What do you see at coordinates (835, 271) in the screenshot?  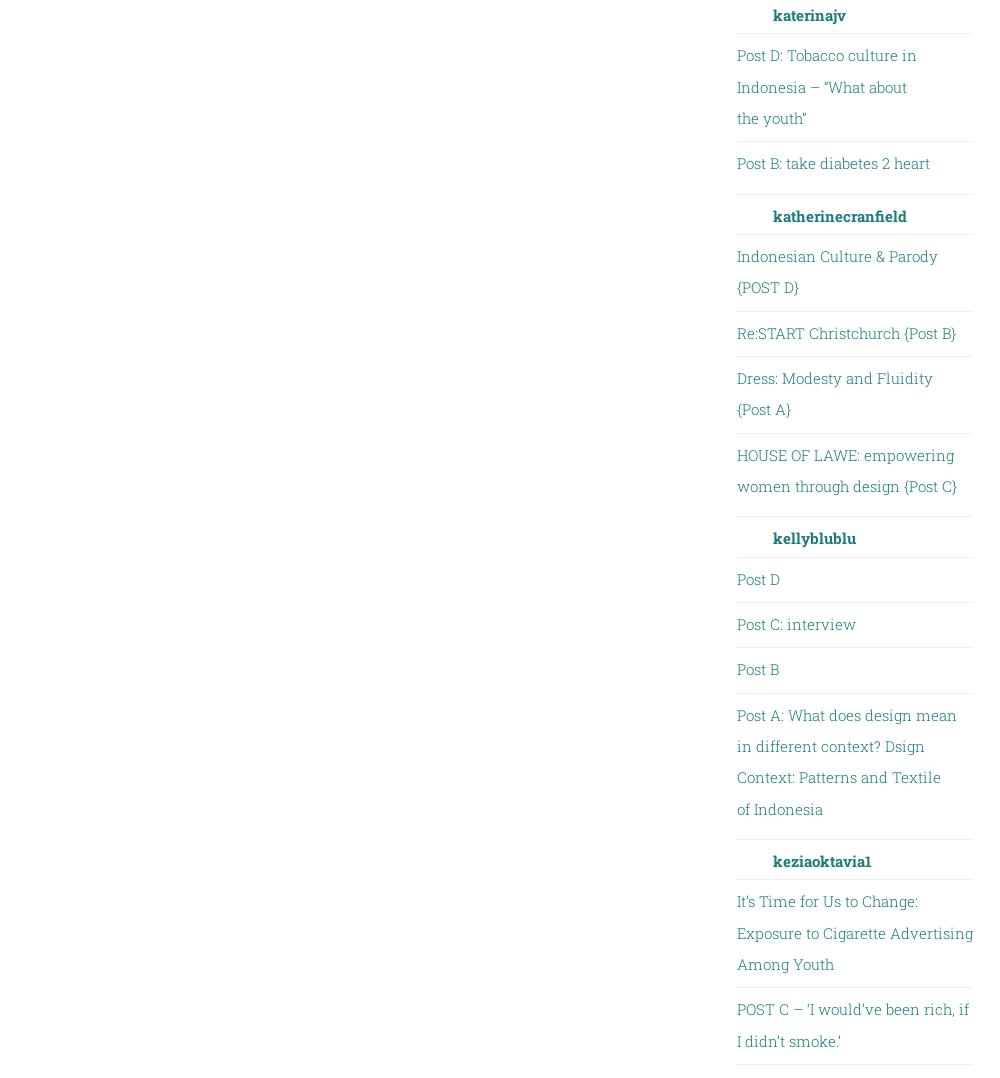 I see `'Indonesian Culture & Parody {POST D}'` at bounding box center [835, 271].